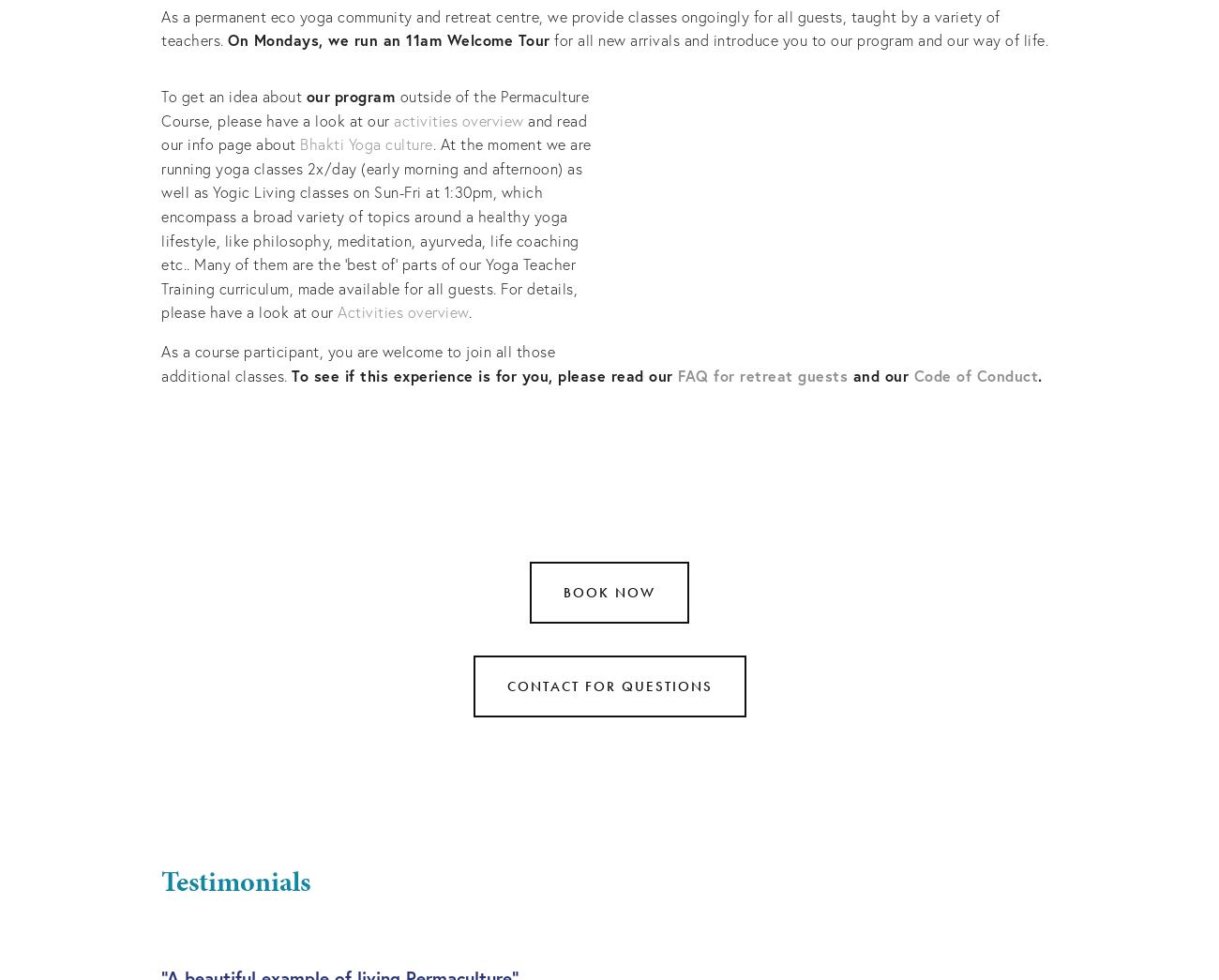  What do you see at coordinates (376, 107) in the screenshot?
I see `'outside of the Permaculture Course, please have a look at our'` at bounding box center [376, 107].